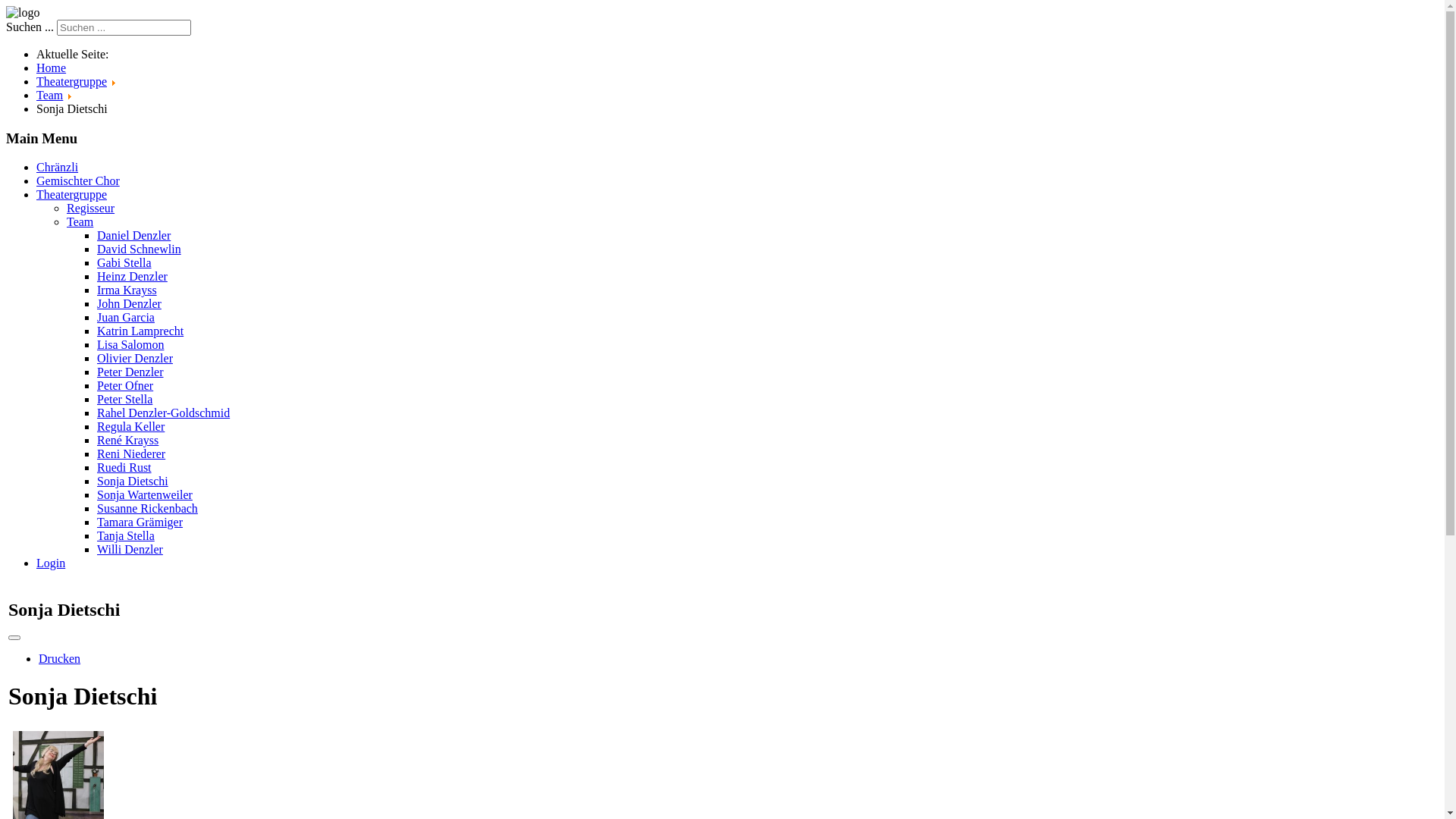 The height and width of the screenshot is (819, 1456). Describe the element at coordinates (96, 398) in the screenshot. I see `'Peter Stella'` at that location.